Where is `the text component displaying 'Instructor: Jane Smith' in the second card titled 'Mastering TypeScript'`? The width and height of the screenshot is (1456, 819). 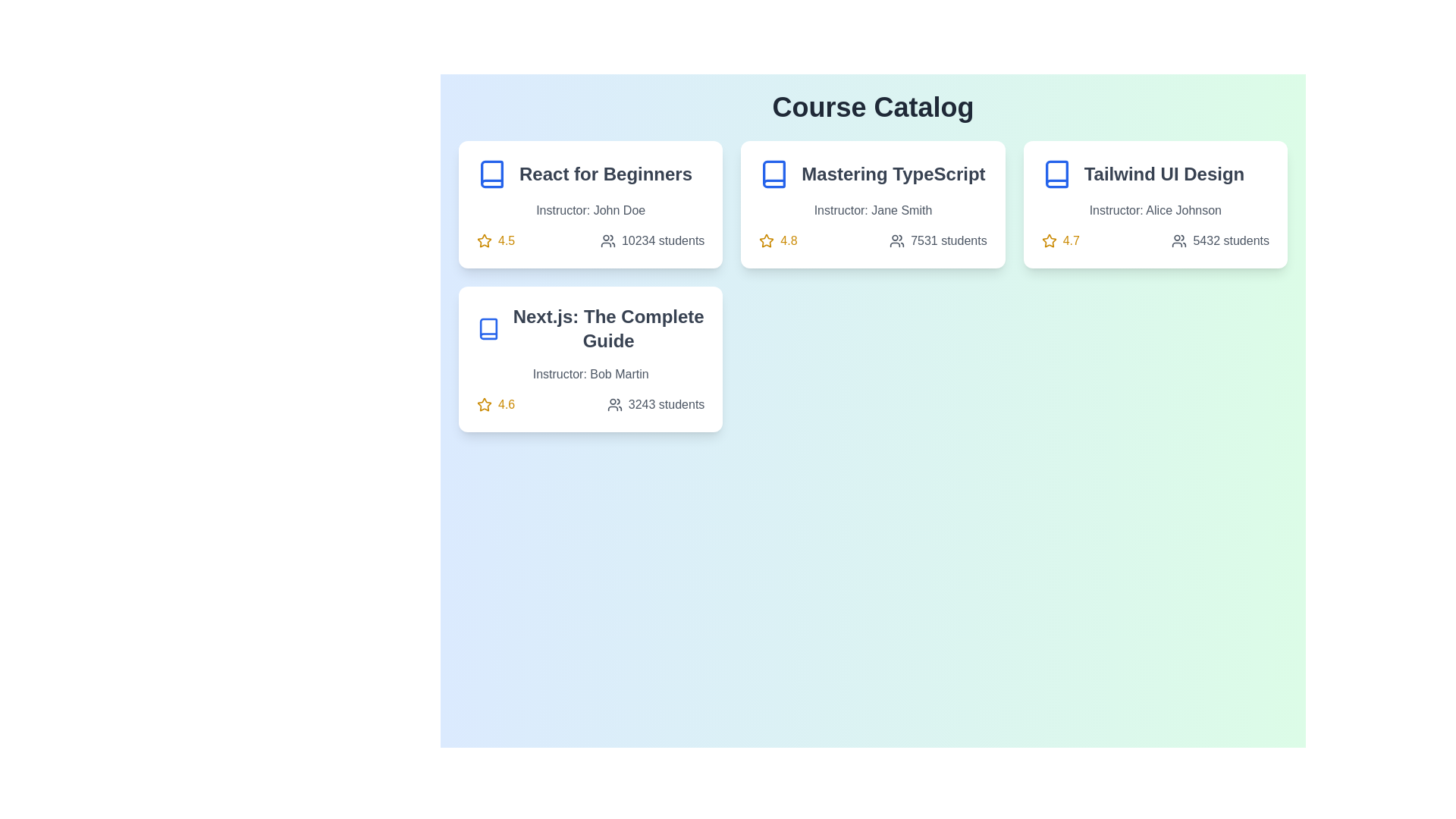
the text component displaying 'Instructor: Jane Smith' in the second card titled 'Mastering TypeScript' is located at coordinates (873, 210).